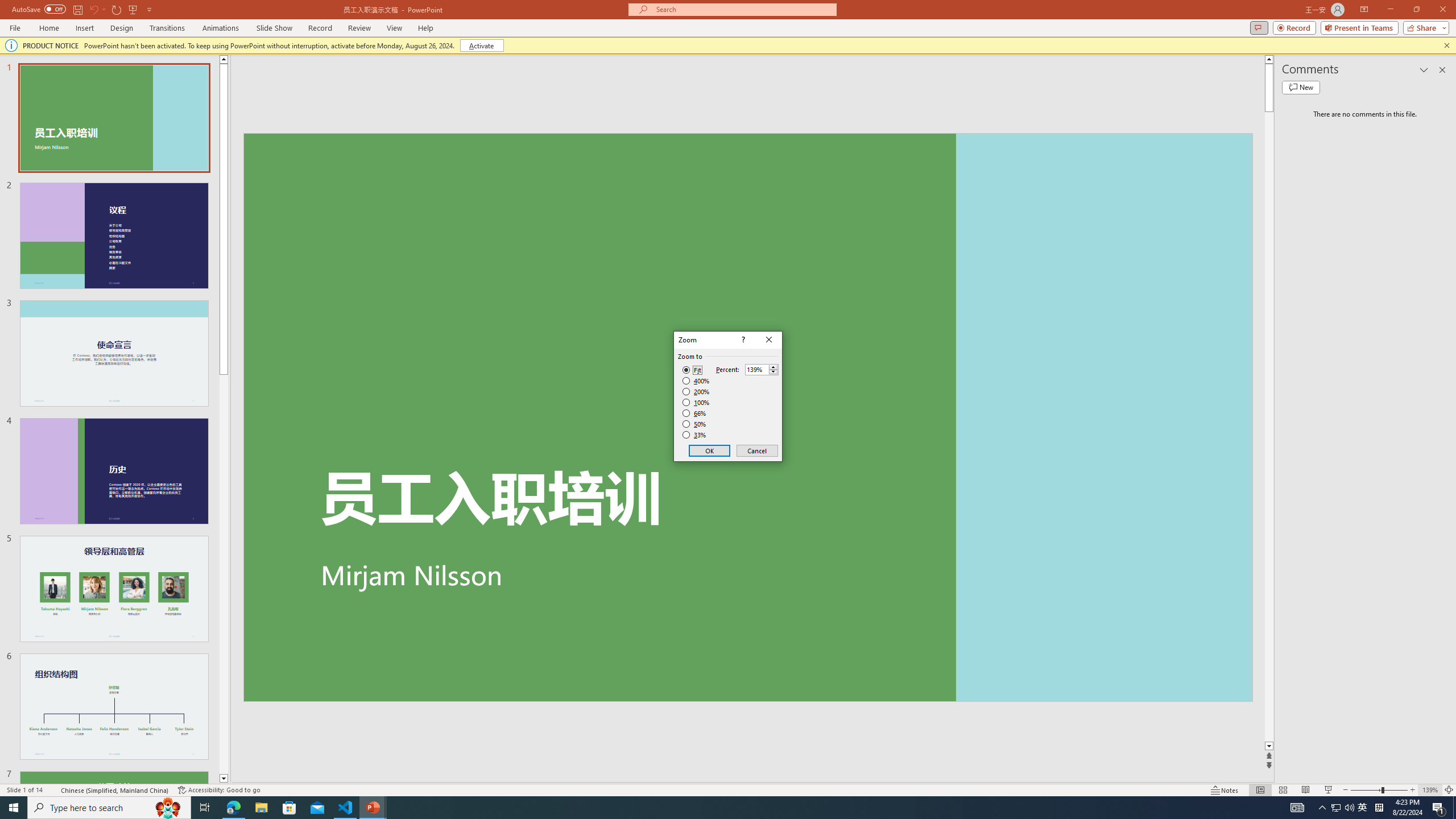 This screenshot has width=1456, height=819. Describe the element at coordinates (1446, 44) in the screenshot. I see `'Close this message'` at that location.